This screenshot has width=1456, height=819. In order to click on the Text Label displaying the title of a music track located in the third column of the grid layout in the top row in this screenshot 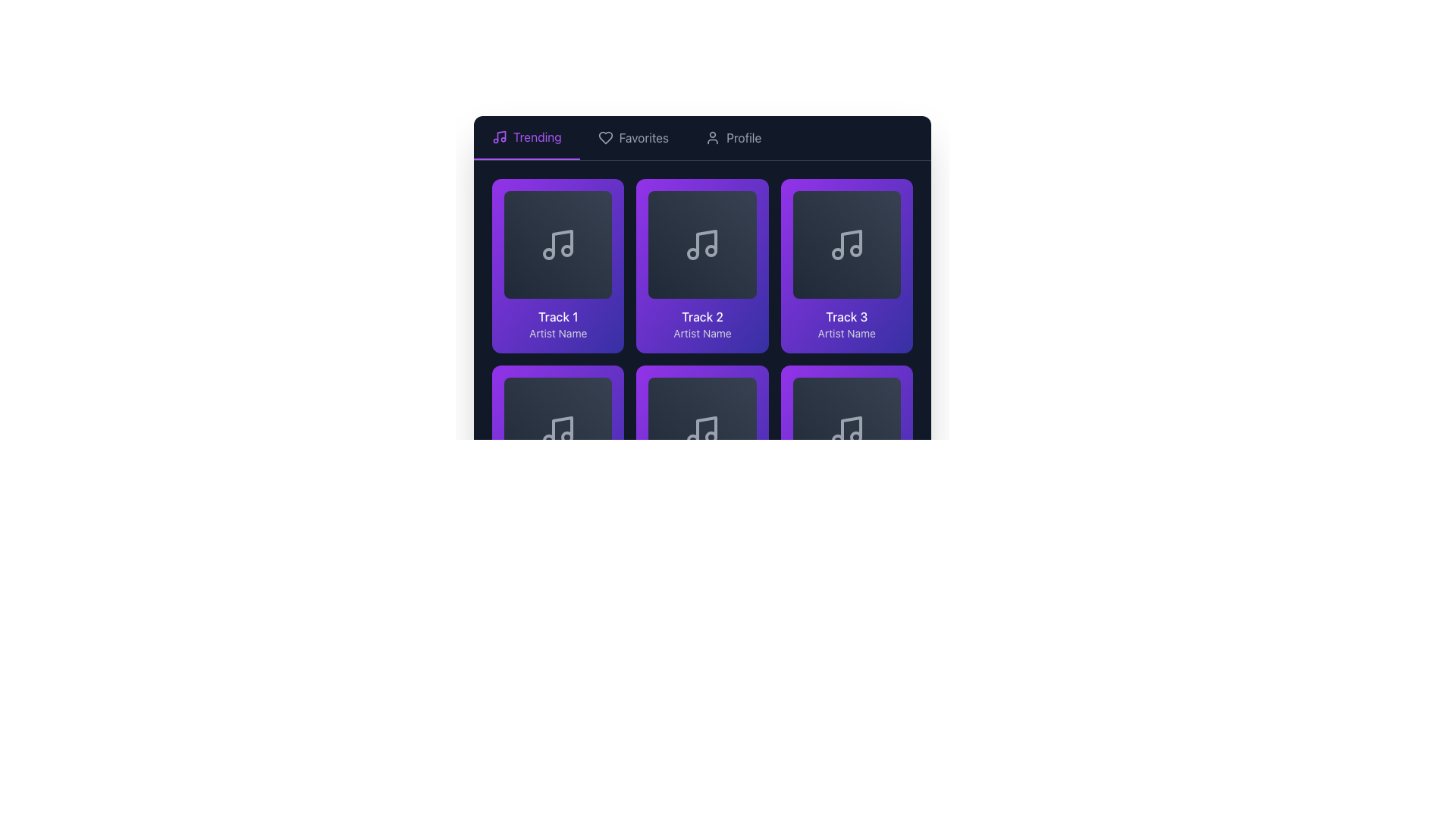, I will do `click(846, 316)`.